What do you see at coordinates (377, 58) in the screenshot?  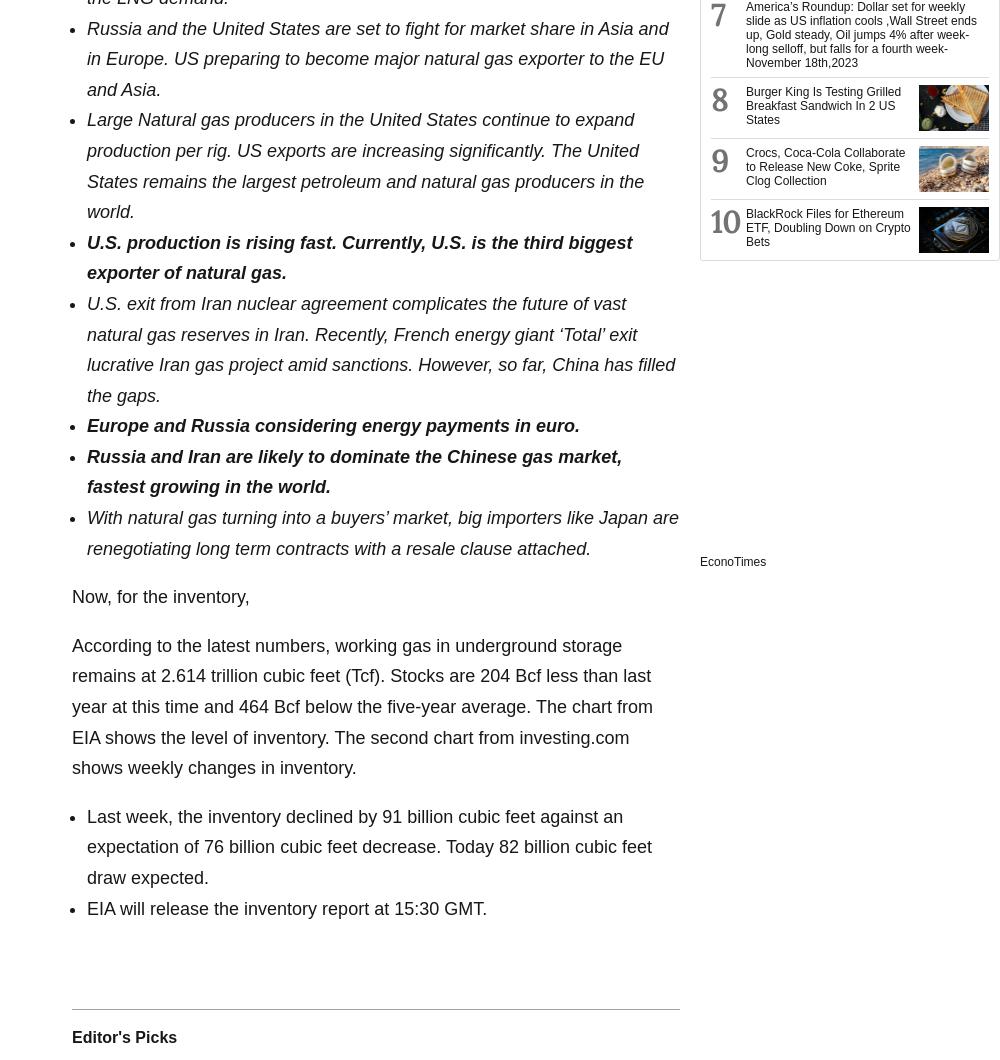 I see `'Russia and the United States are set to fight for market share in Asia and in Europe. US preparing to become major natural gas exporter to the EU and Asia.'` at bounding box center [377, 58].